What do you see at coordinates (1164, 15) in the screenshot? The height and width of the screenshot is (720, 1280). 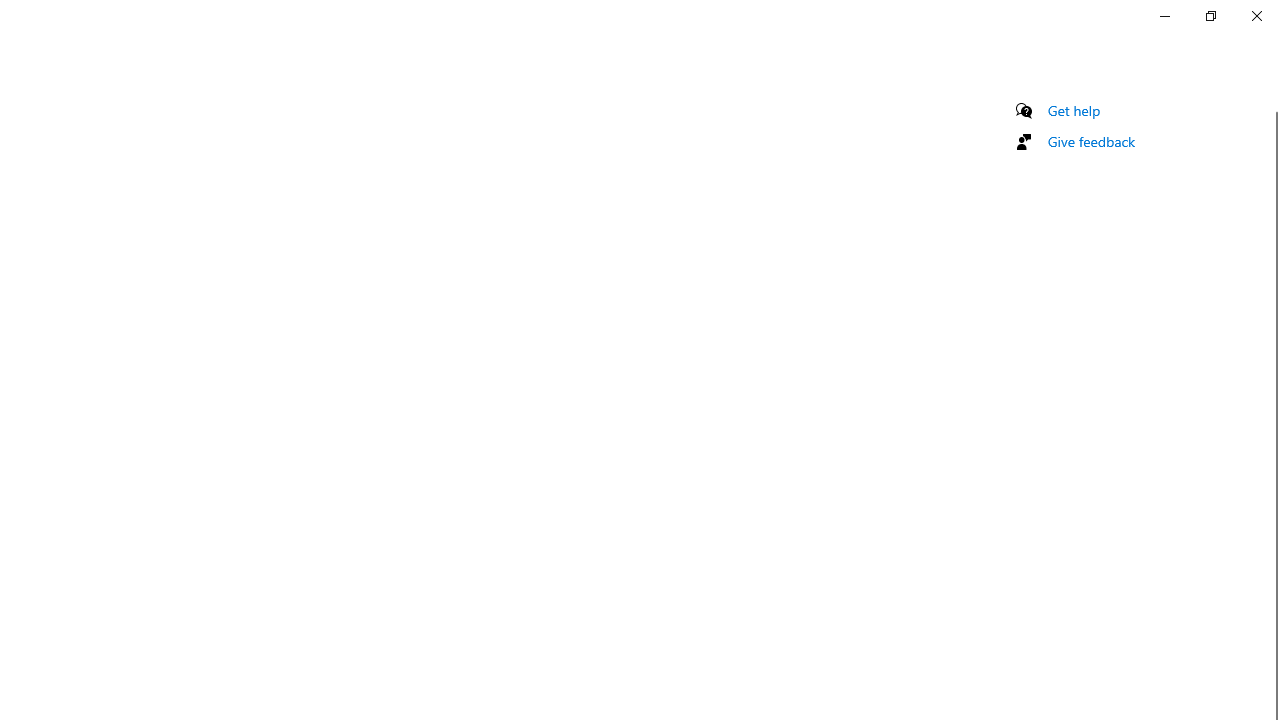 I see `'Minimize Settings'` at bounding box center [1164, 15].